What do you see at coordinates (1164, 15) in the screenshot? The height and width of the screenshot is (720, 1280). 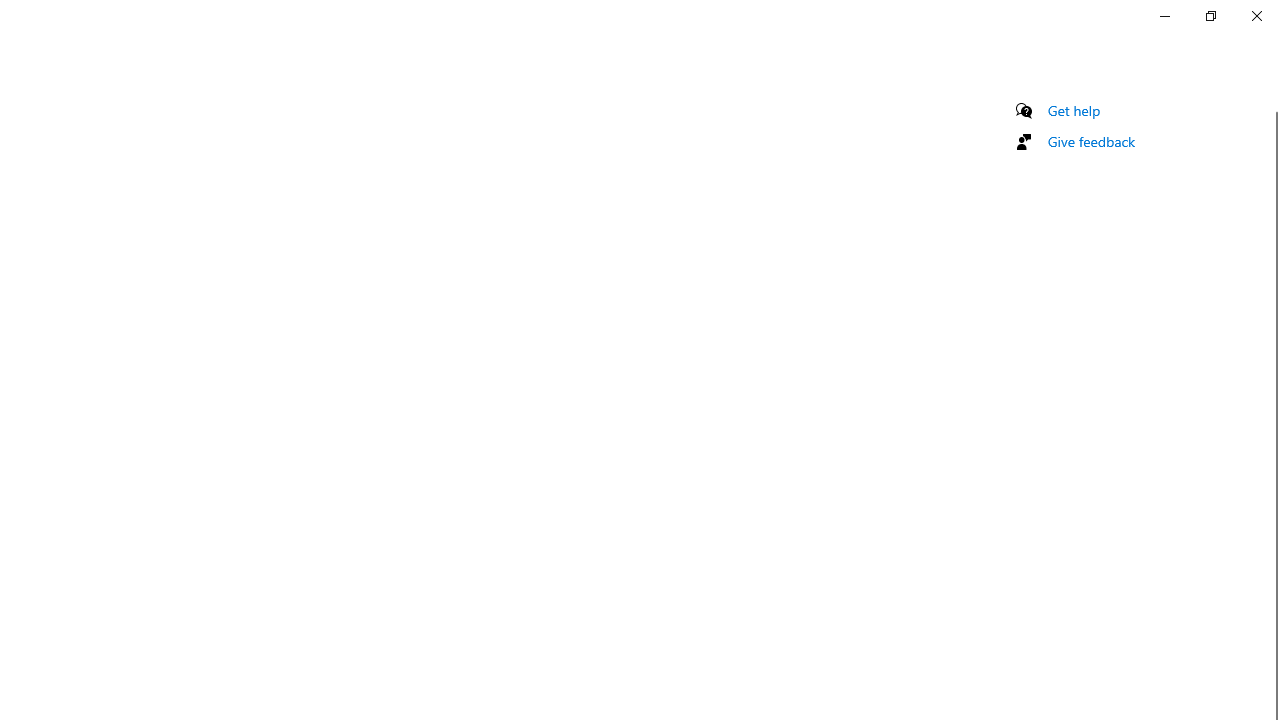 I see `'Minimize Settings'` at bounding box center [1164, 15].